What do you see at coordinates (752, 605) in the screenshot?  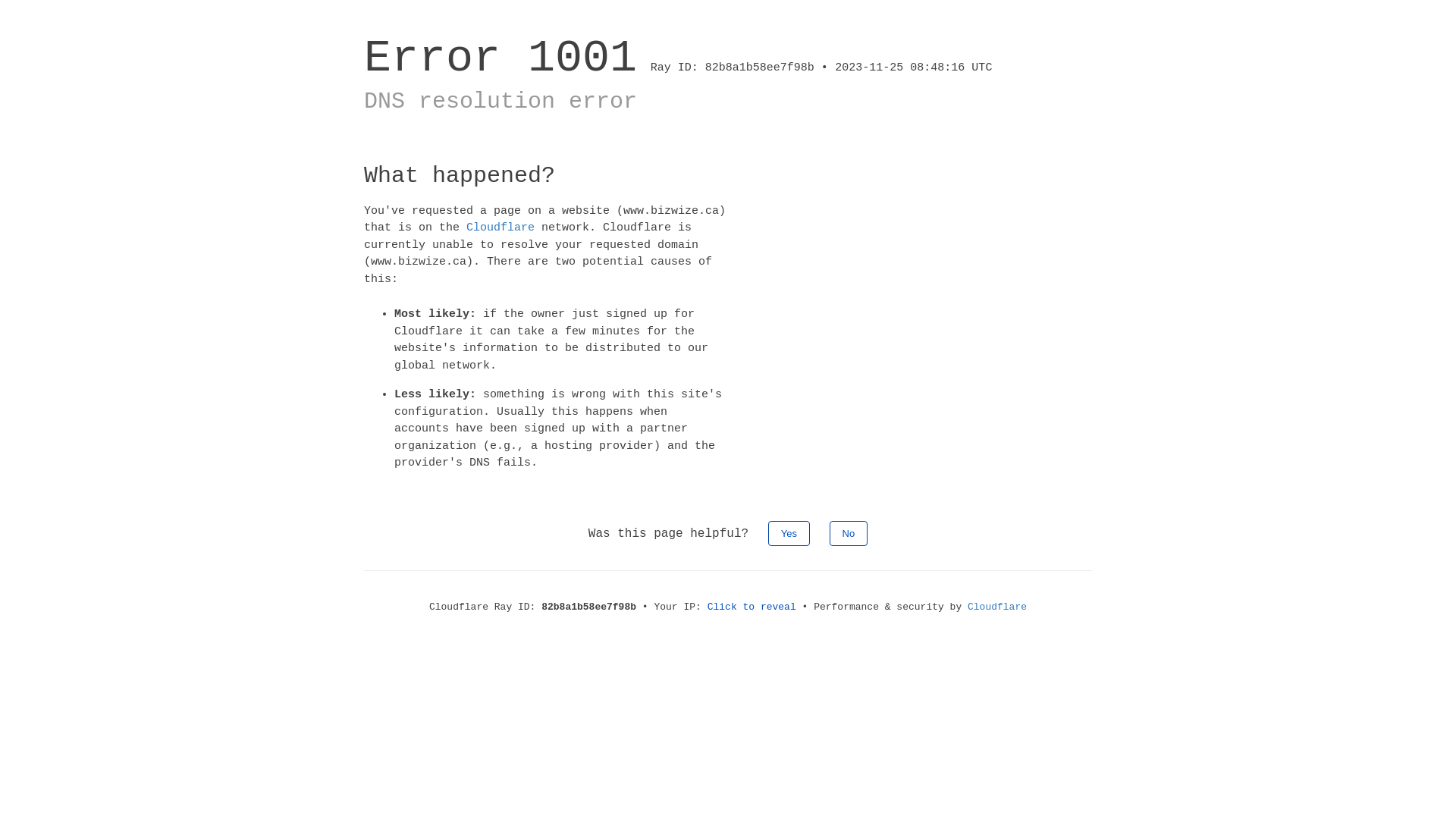 I see `'Click to reveal'` at bounding box center [752, 605].